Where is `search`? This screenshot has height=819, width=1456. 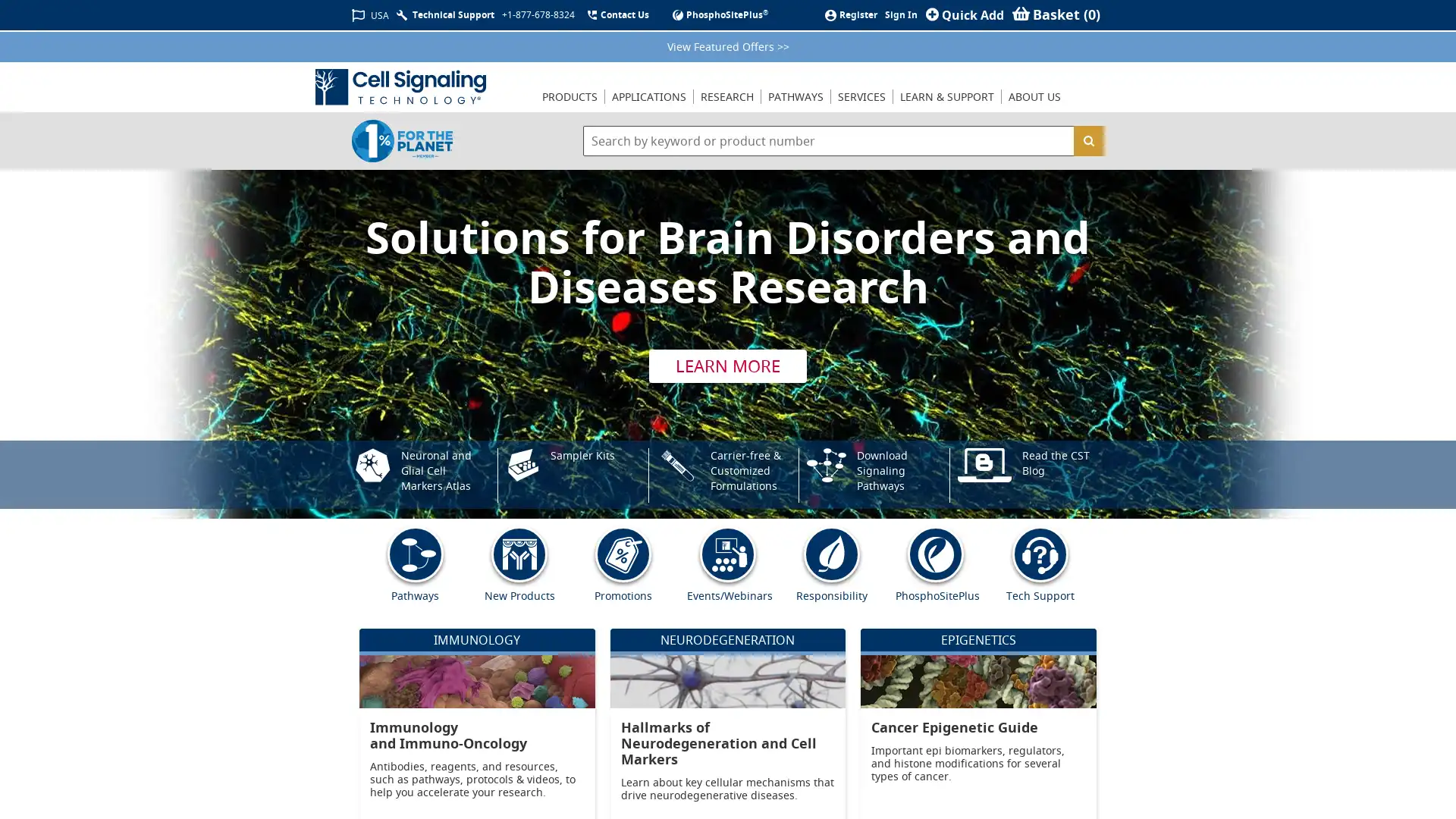
search is located at coordinates (1087, 140).